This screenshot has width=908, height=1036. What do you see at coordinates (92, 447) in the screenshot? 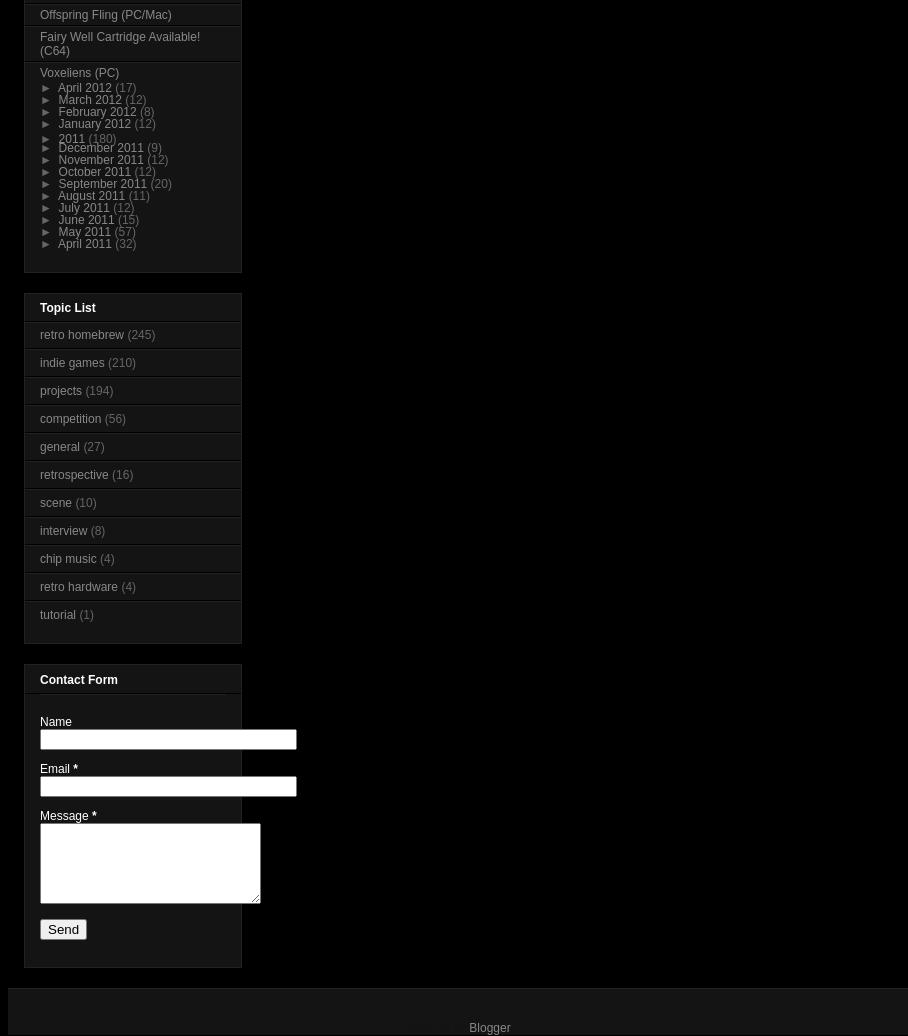
I see `'(27)'` at bounding box center [92, 447].